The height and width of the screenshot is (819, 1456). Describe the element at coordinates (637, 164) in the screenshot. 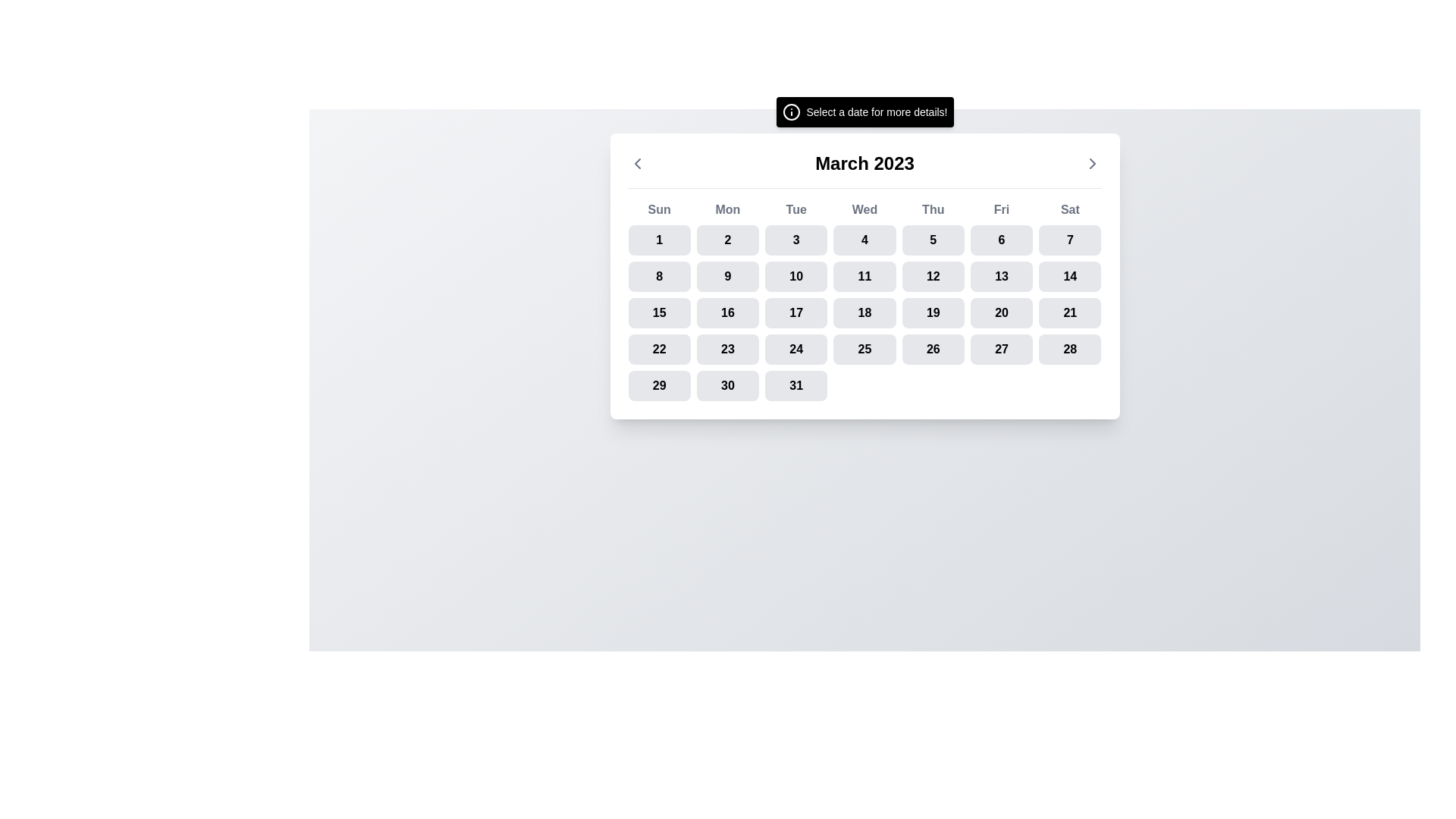

I see `the chevron icon located in the calendar interface` at that location.